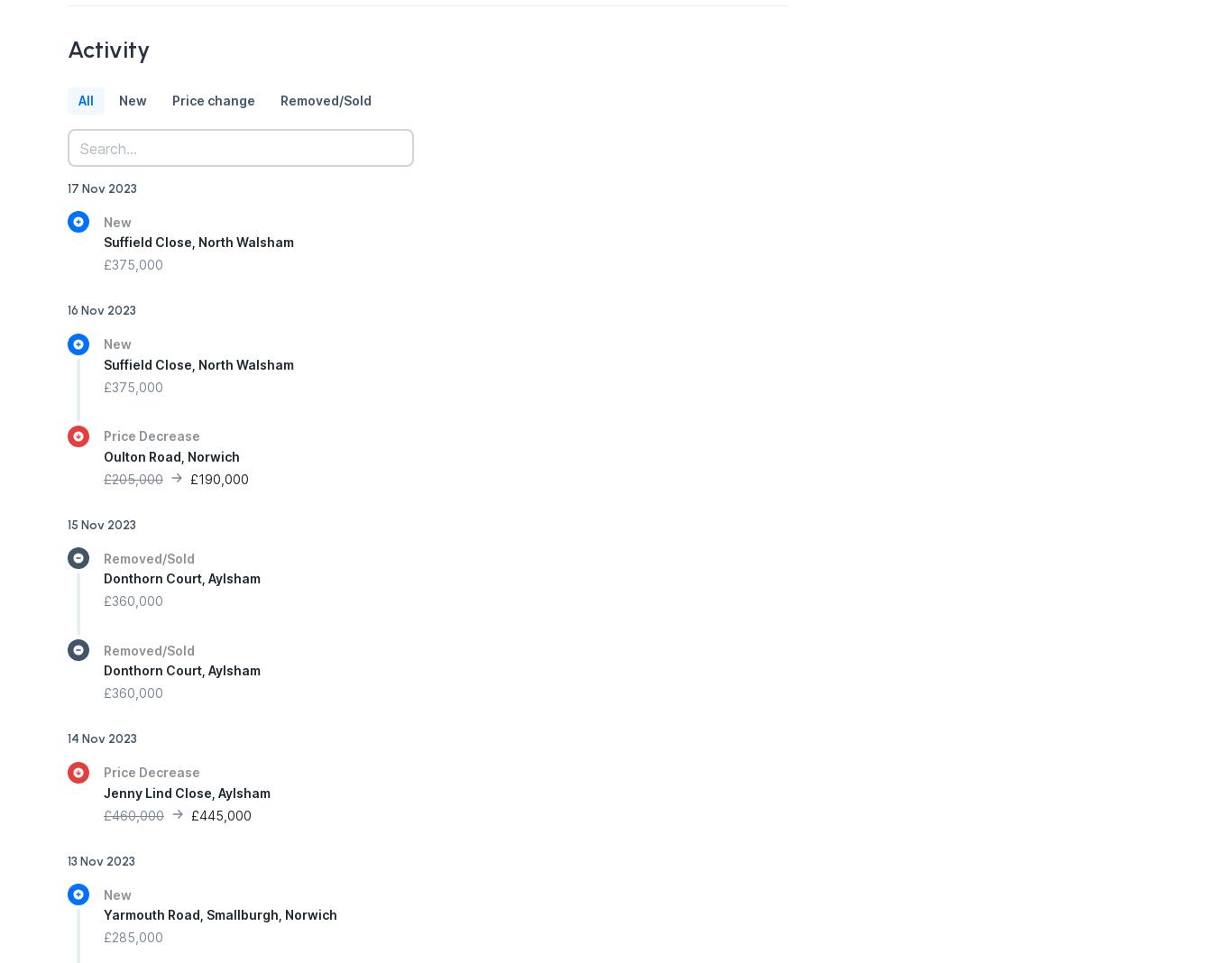 This screenshot has height=963, width=1232. Describe the element at coordinates (103, 478) in the screenshot. I see `'£205,000'` at that location.